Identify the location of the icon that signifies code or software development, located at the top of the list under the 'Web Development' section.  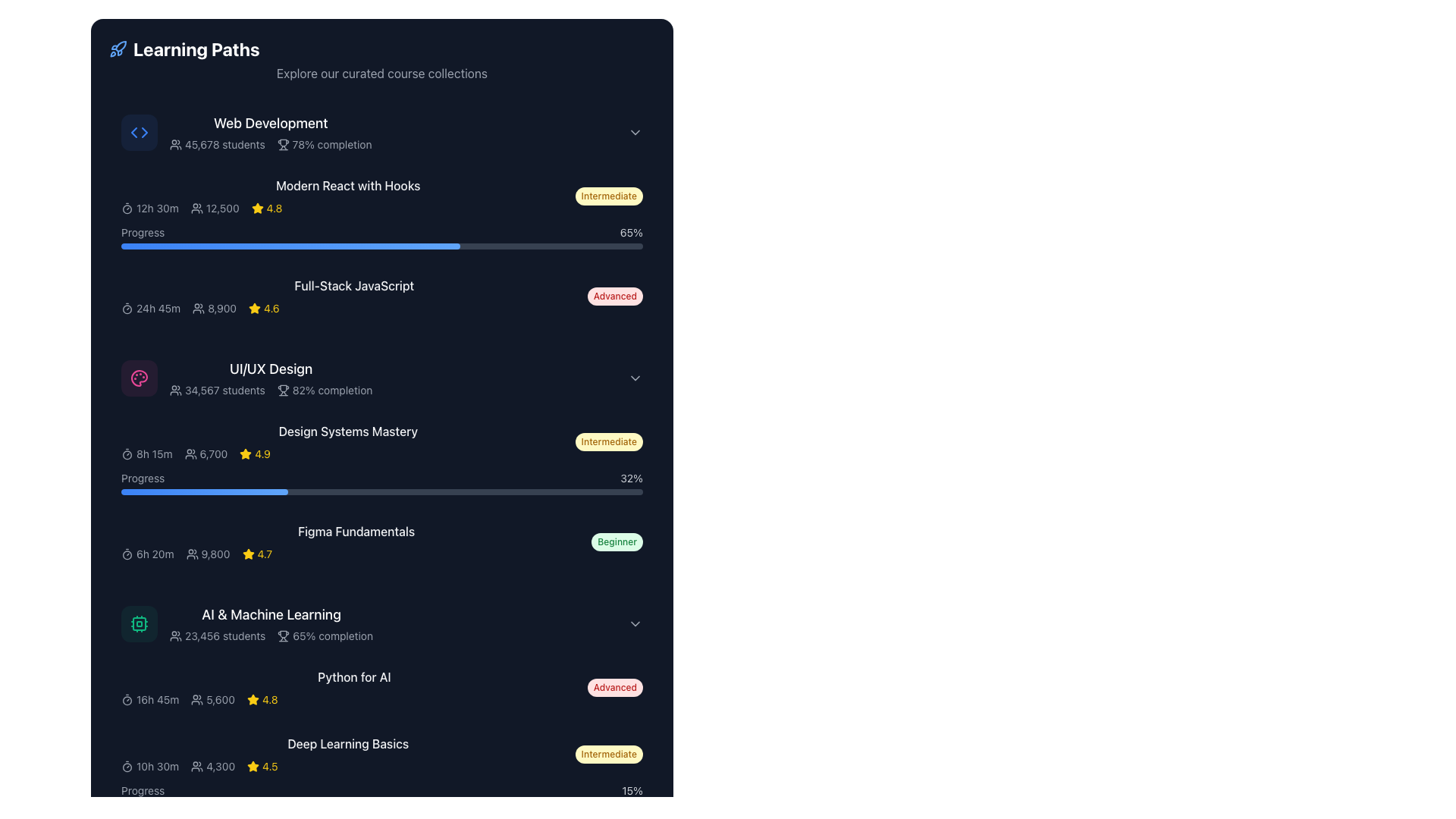
(139, 131).